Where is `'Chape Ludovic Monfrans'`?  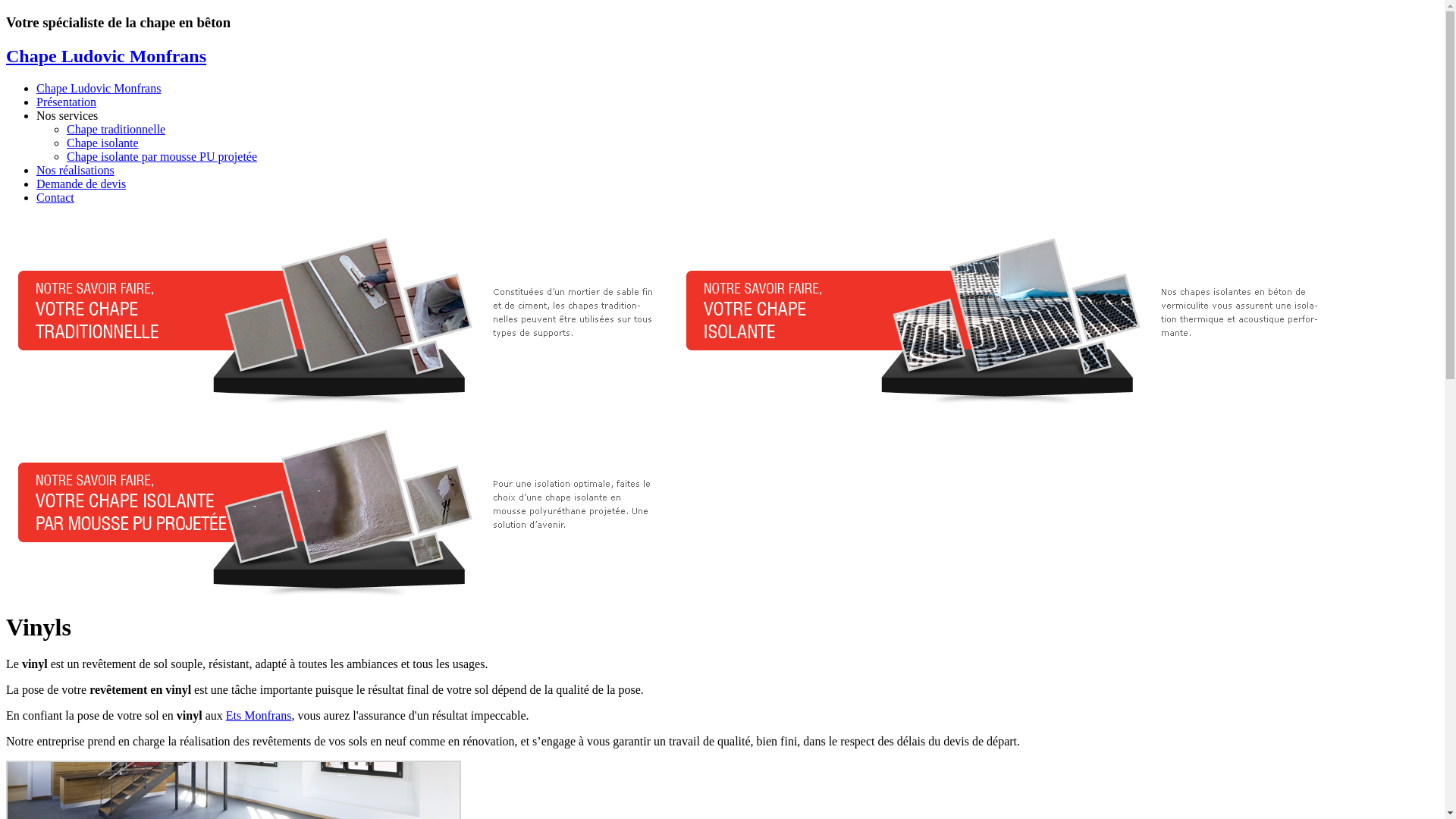 'Chape Ludovic Monfrans' is located at coordinates (105, 55).